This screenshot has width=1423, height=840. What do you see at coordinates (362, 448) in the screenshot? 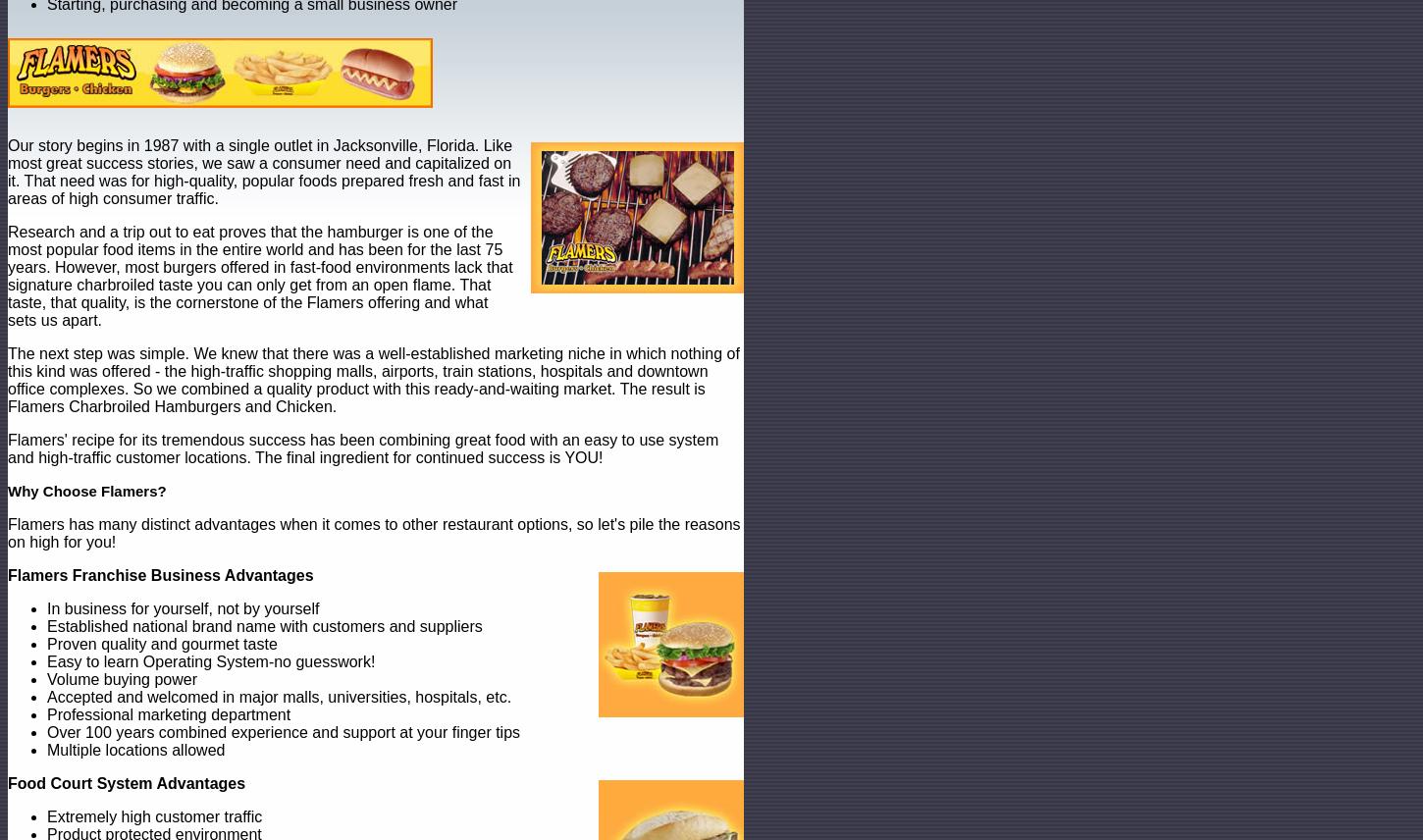
I see `'Flamers' recipe for its tremendous success has been combining great food with an easy to use system and high-traffic customer locations. The final ingredient for continued success is YOU!'` at bounding box center [362, 448].